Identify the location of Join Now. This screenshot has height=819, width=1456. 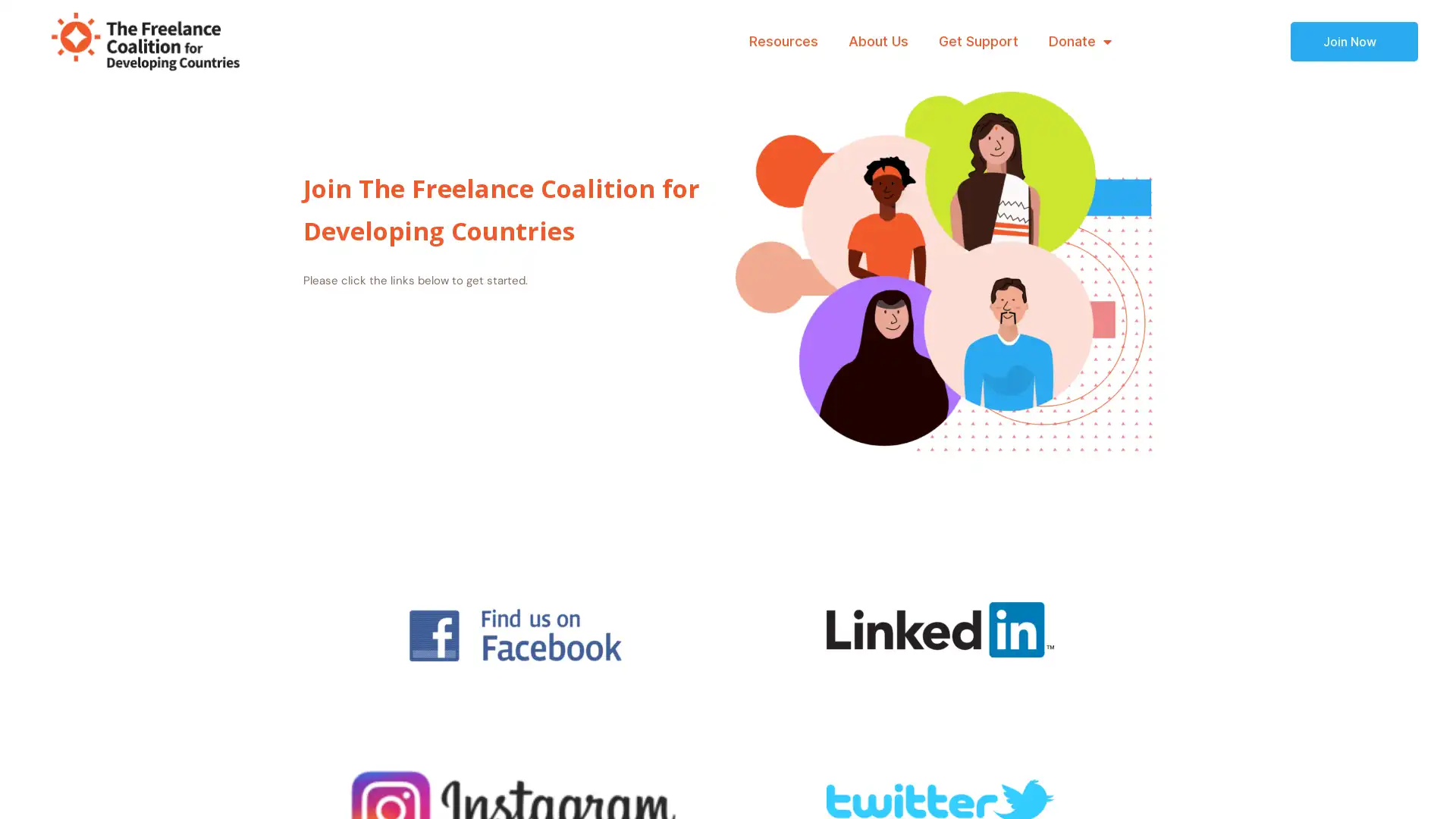
(1354, 40).